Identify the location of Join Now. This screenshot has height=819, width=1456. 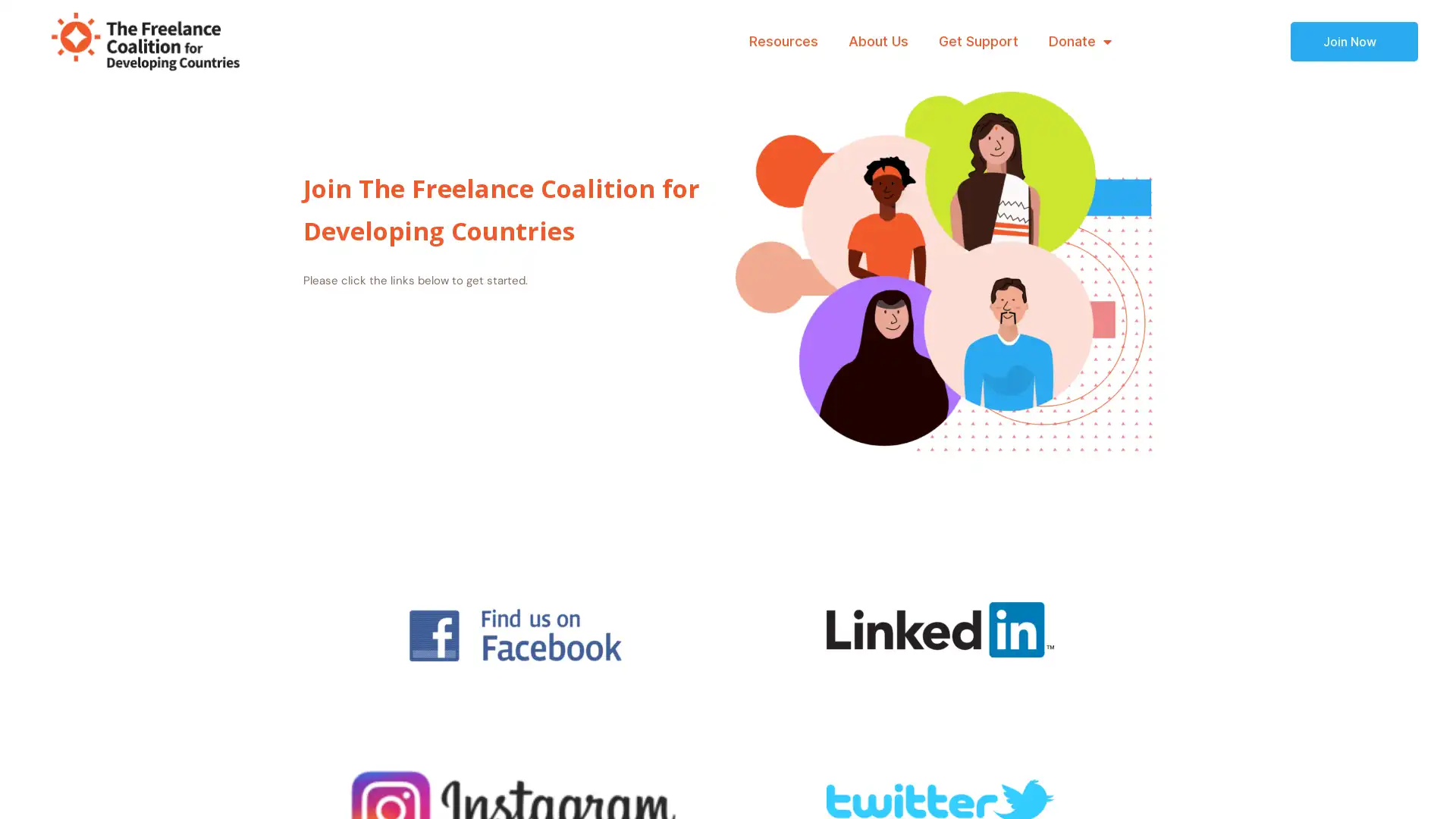
(1354, 40).